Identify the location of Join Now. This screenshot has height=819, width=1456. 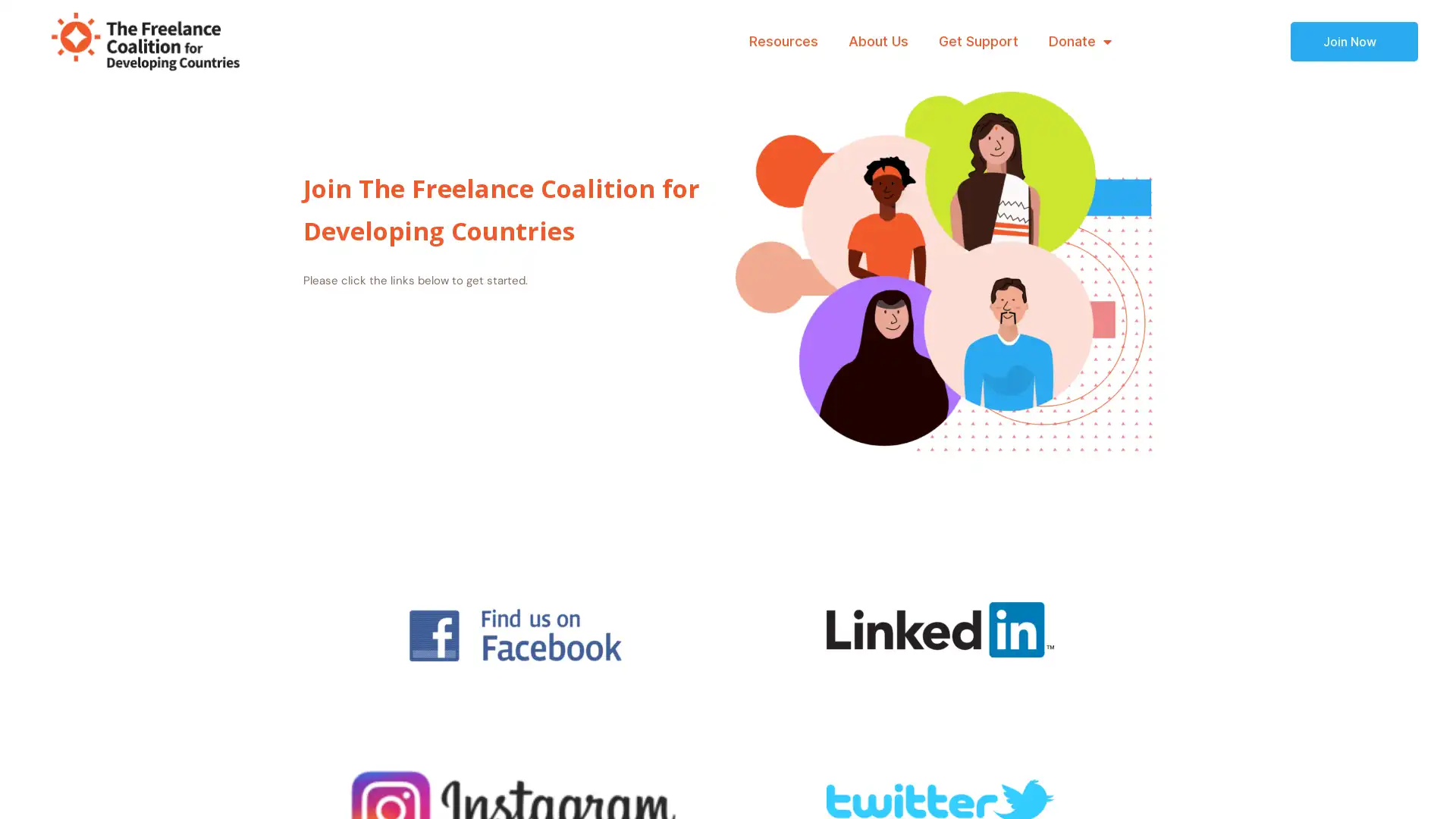
(1354, 40).